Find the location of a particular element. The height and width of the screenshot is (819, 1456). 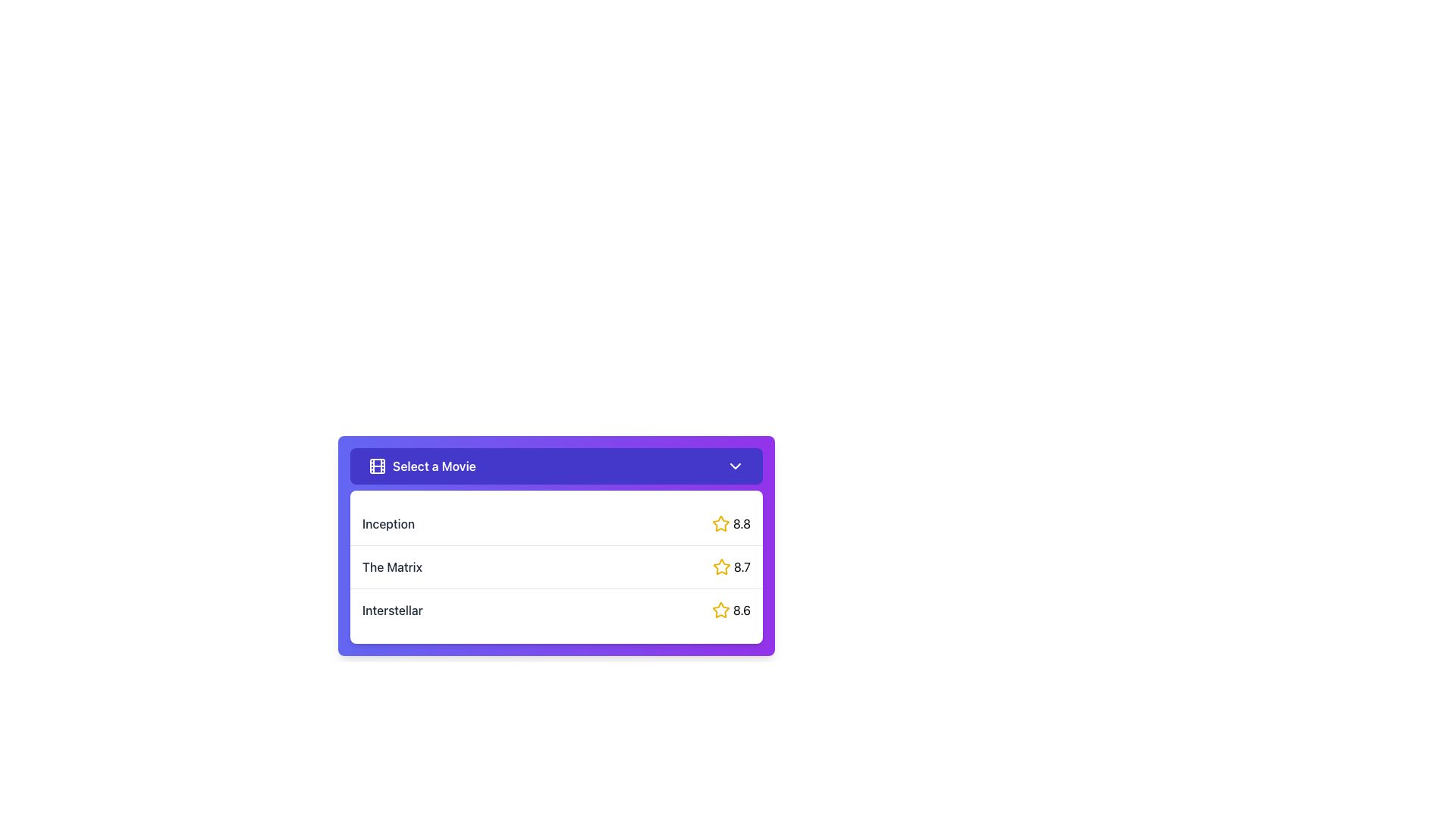

the favorite indicator icon located to the left of the text '8.8' for the item 'Inception' in the dropdown menu is located at coordinates (720, 522).